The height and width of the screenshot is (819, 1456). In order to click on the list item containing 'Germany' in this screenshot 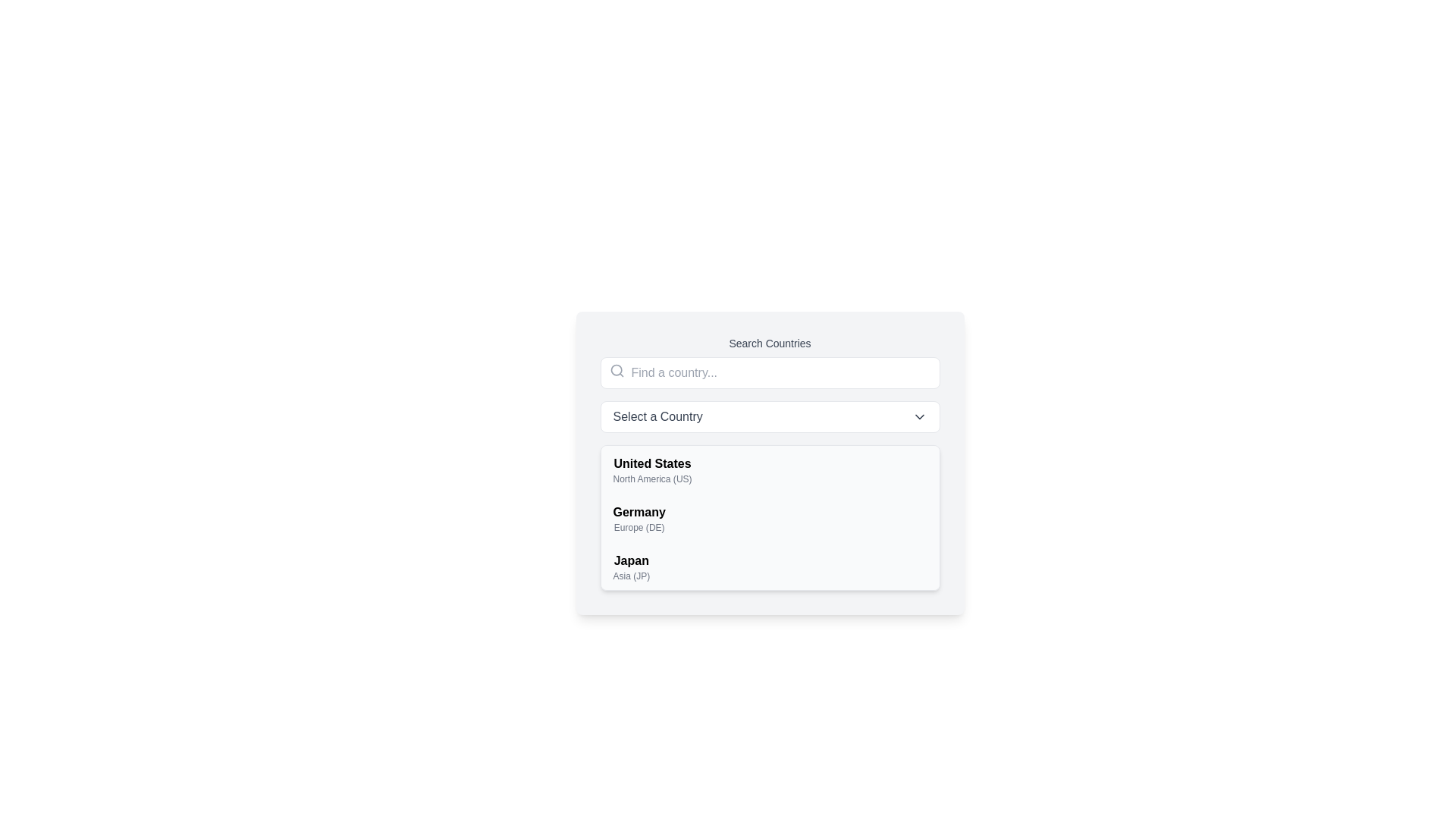, I will do `click(770, 517)`.